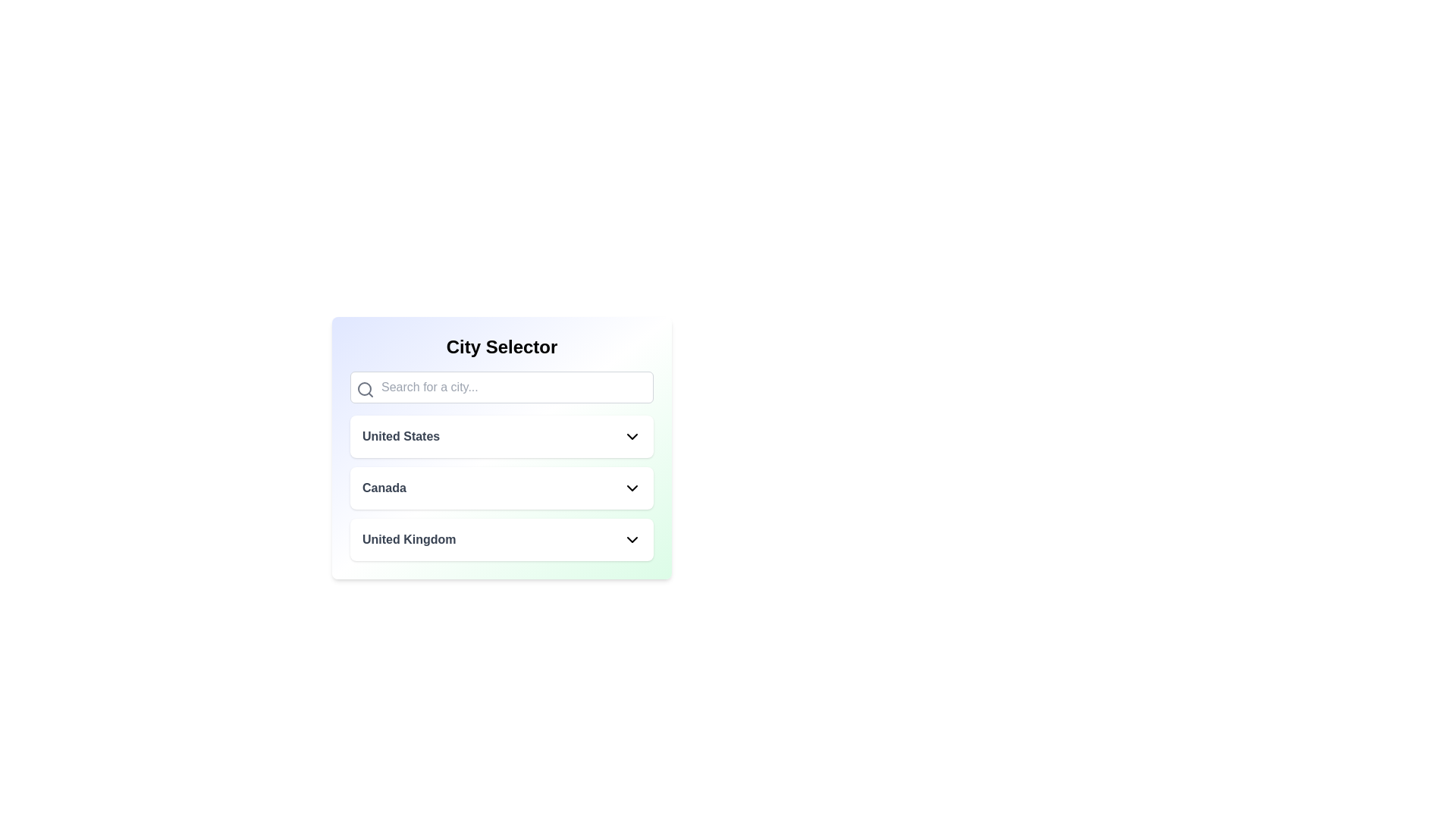 This screenshot has width=1456, height=819. What do you see at coordinates (502, 488) in the screenshot?
I see `the second option in the country selection list, which is positioned between 'United States' and 'United Kingdom'` at bounding box center [502, 488].